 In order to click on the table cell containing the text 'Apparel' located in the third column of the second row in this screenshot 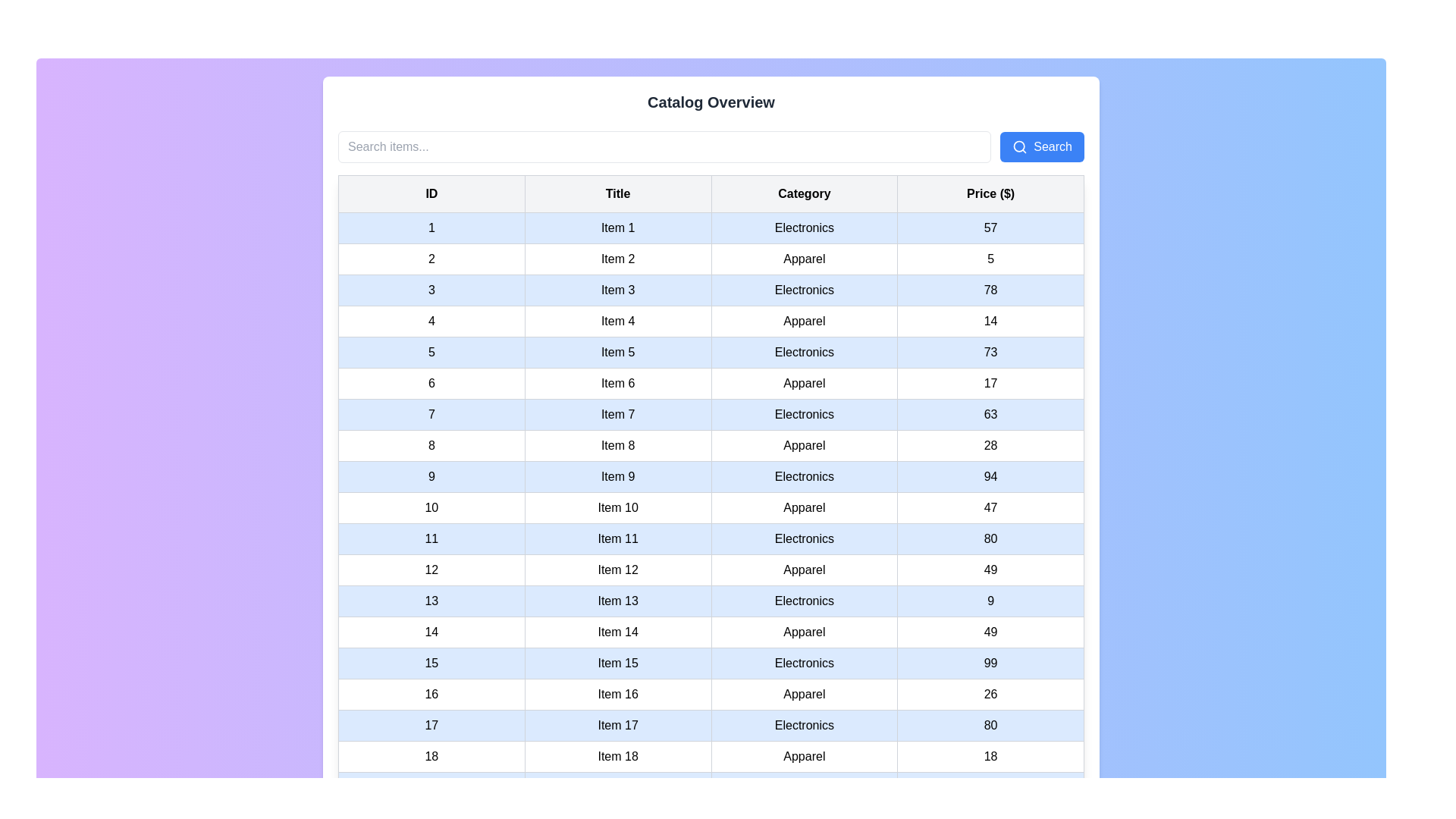, I will do `click(803, 259)`.